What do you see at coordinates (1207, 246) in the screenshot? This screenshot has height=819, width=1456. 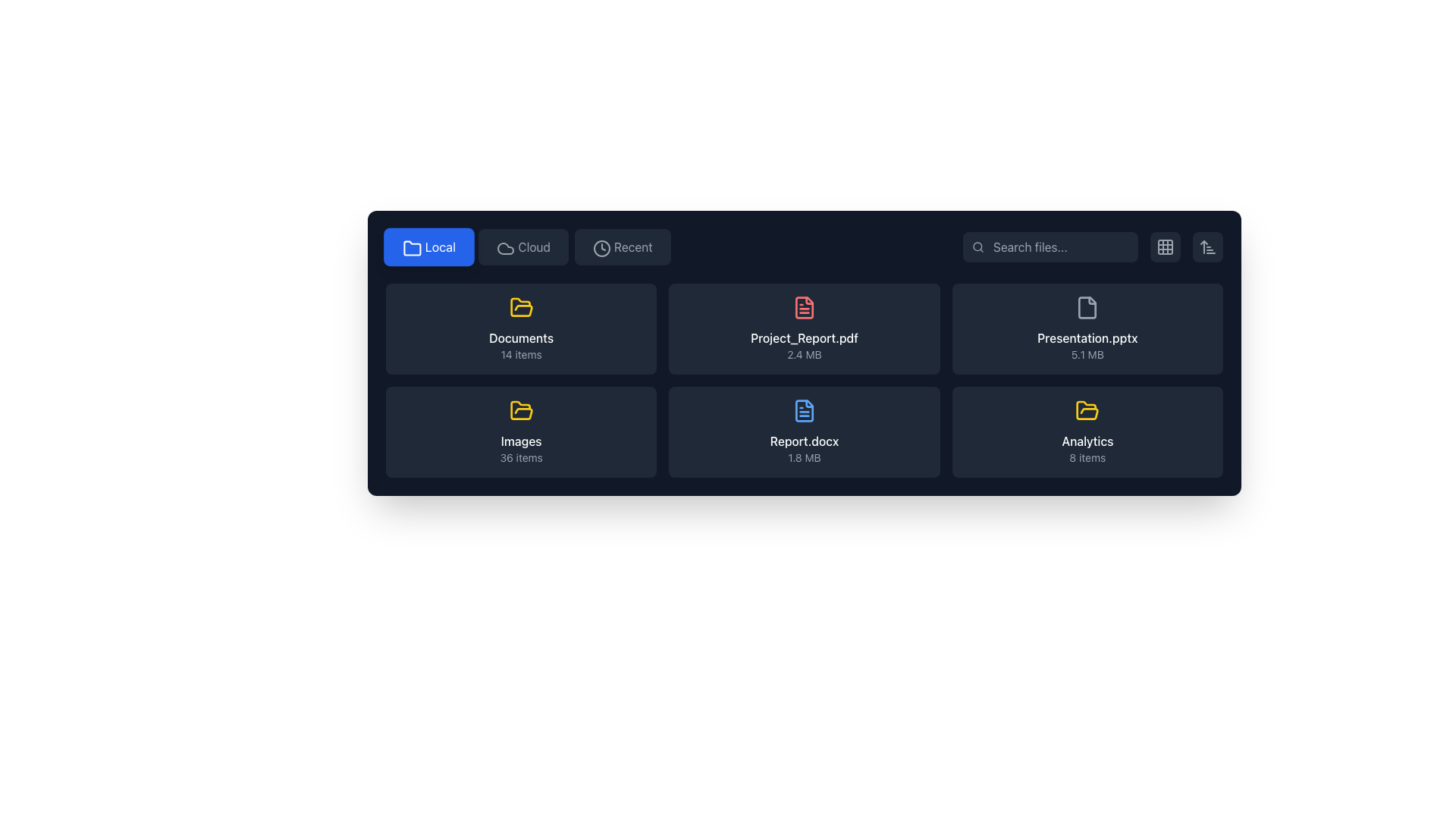 I see `the sorting button with a narrow-to-wide arrow icon located at the far right of the header row to sort items in ascending order` at bounding box center [1207, 246].